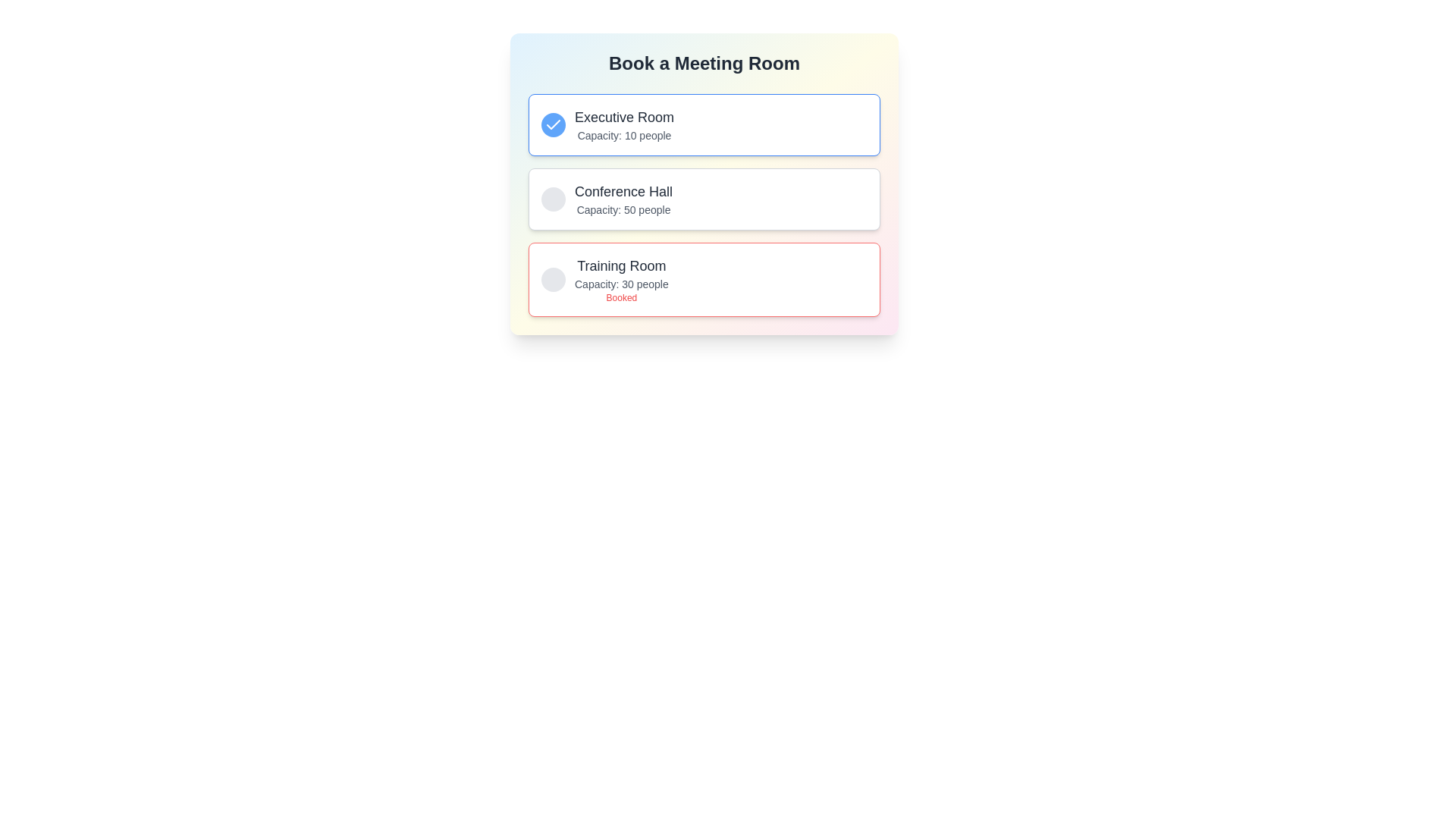 The height and width of the screenshot is (819, 1456). I want to click on static text displaying 'Capacity: 10 people' located below the 'Executive Room' title, which is styled in gray and smaller font size, so click(624, 134).